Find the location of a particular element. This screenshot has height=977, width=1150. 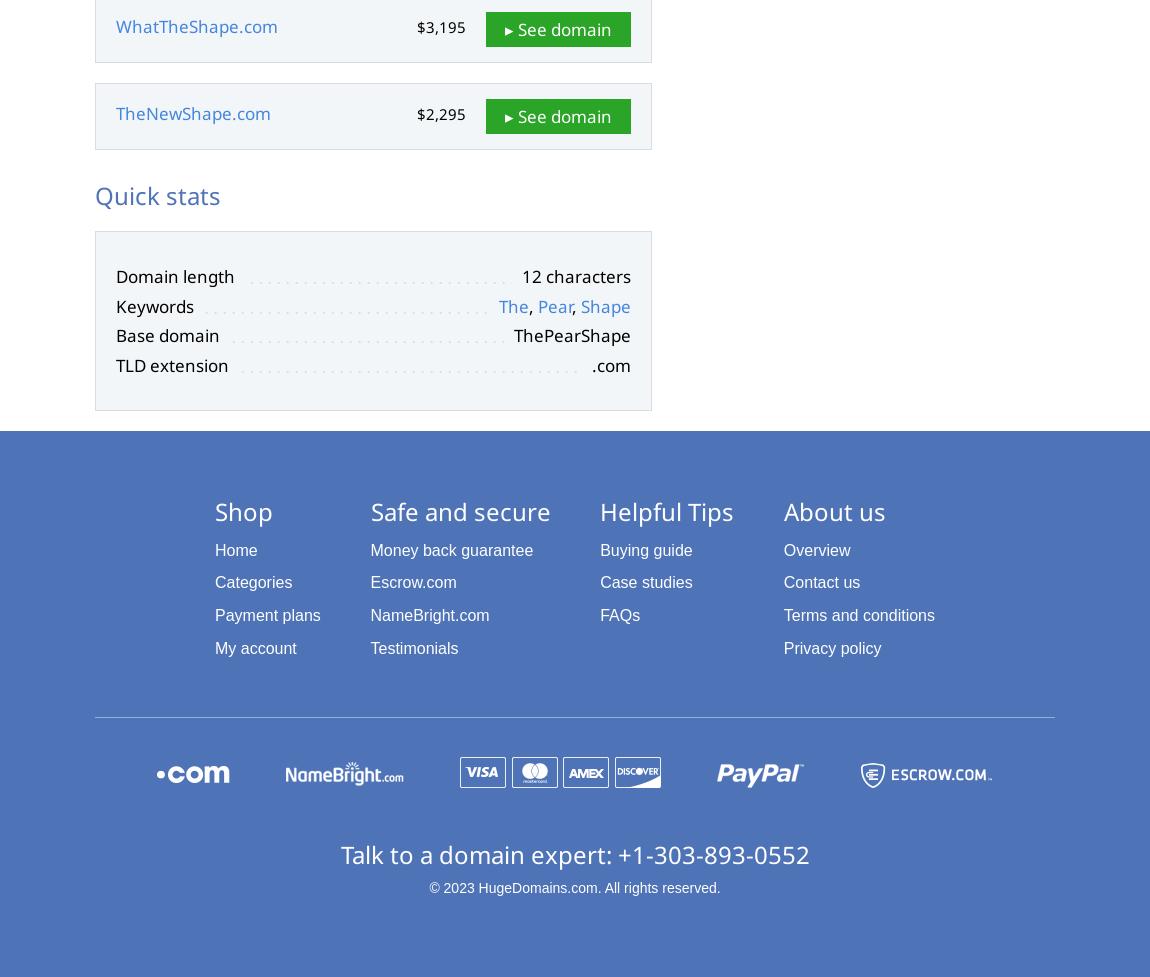

'Helpful Tips' is located at coordinates (666, 510).